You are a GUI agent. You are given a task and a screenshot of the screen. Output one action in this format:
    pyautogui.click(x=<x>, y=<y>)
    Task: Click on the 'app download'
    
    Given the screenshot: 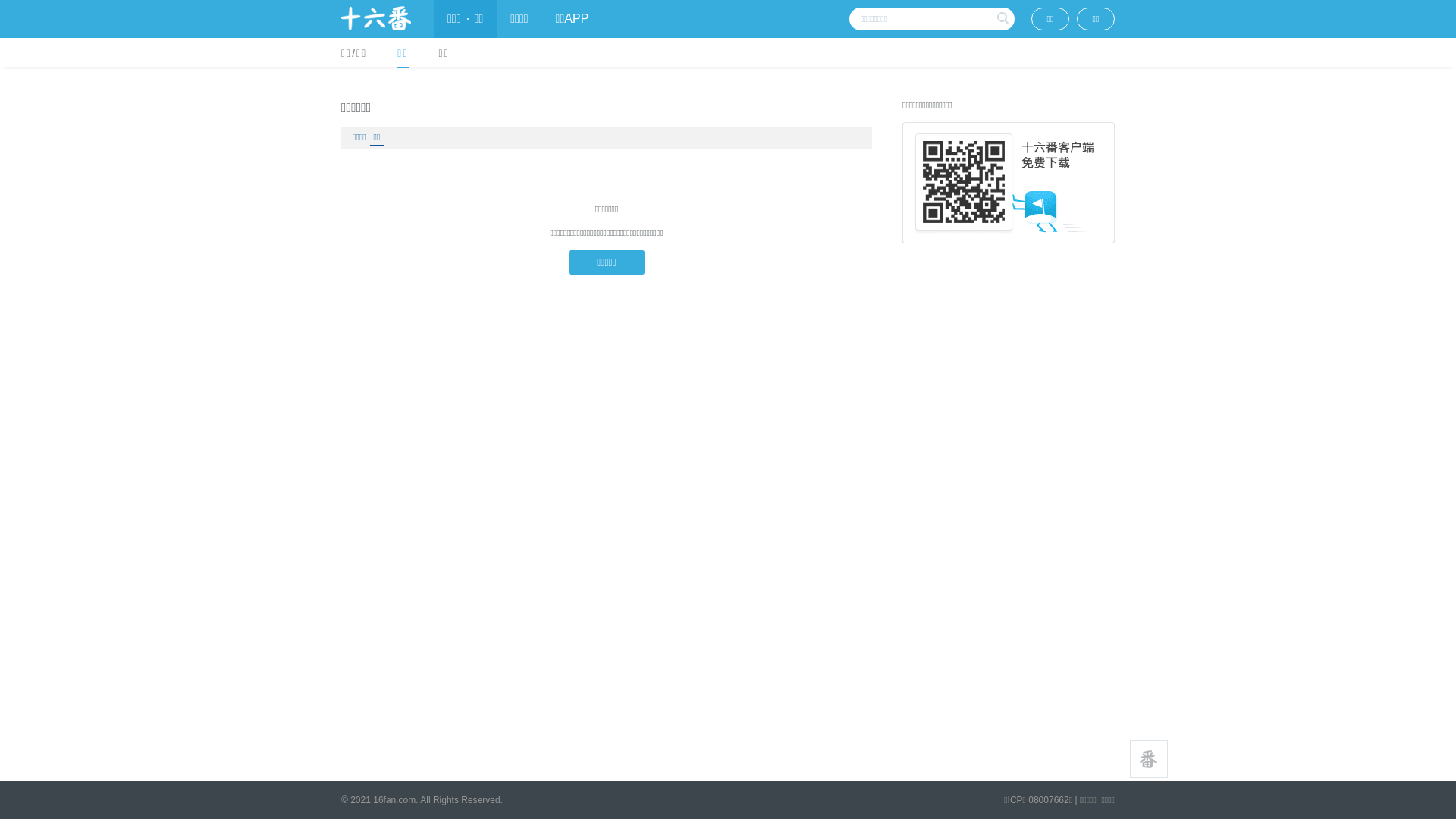 What is the action you would take?
    pyautogui.click(x=1008, y=181)
    